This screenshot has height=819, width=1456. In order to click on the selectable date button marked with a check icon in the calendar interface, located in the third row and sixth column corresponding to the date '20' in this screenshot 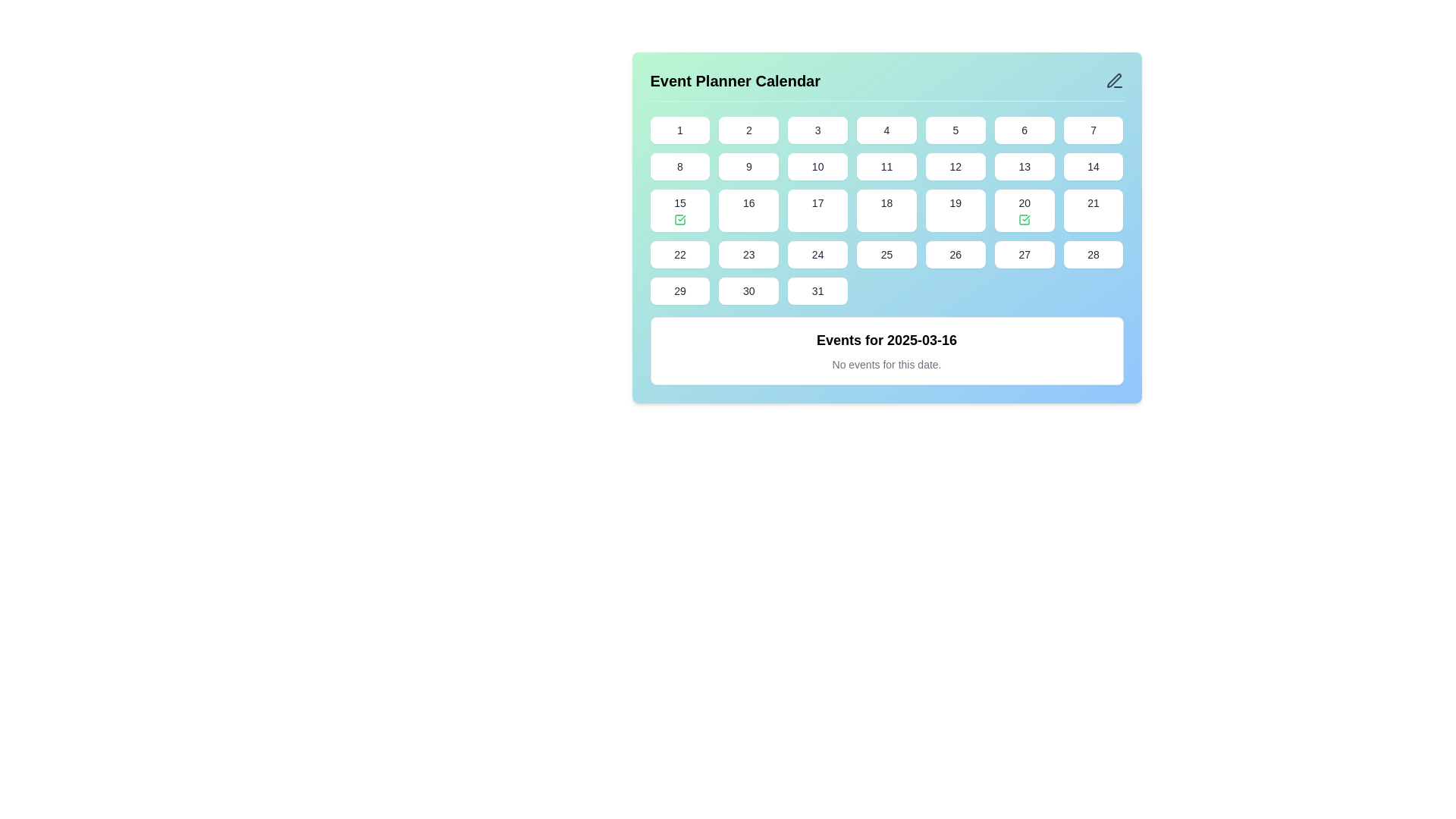, I will do `click(1025, 210)`.